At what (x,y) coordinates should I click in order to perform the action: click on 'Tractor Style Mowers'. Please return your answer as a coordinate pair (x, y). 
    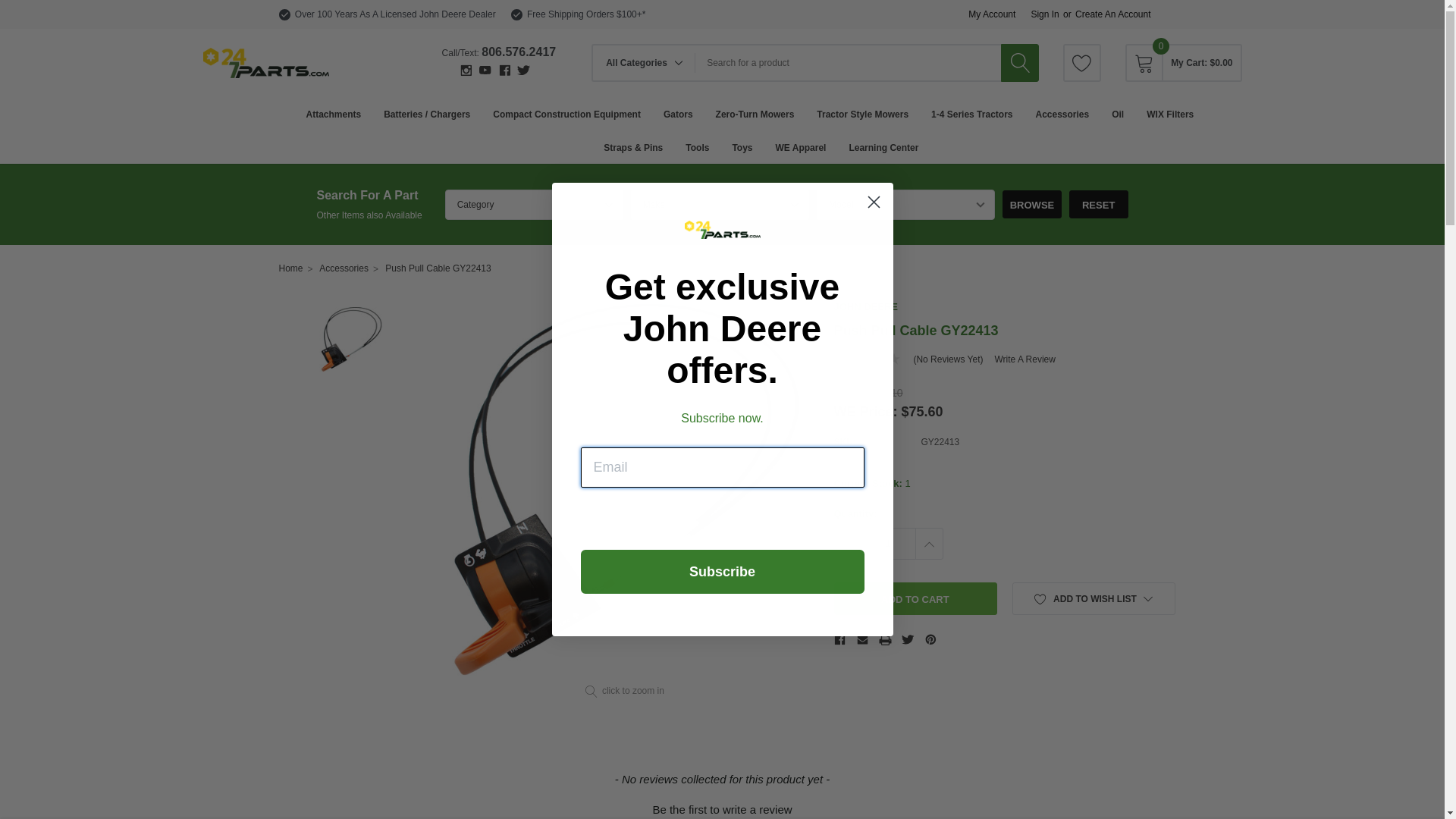
    Looking at the image, I should click on (815, 113).